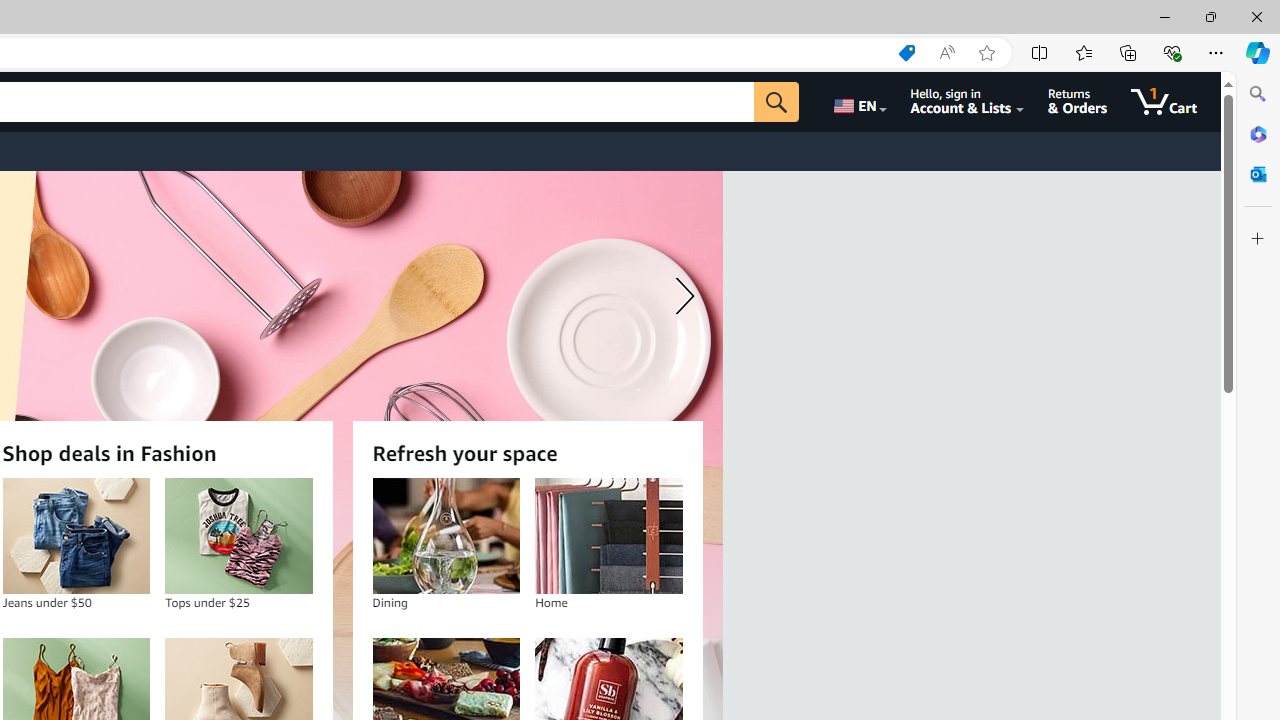 This screenshot has height=720, width=1280. I want to click on 'Returns & Orders', so click(1076, 101).